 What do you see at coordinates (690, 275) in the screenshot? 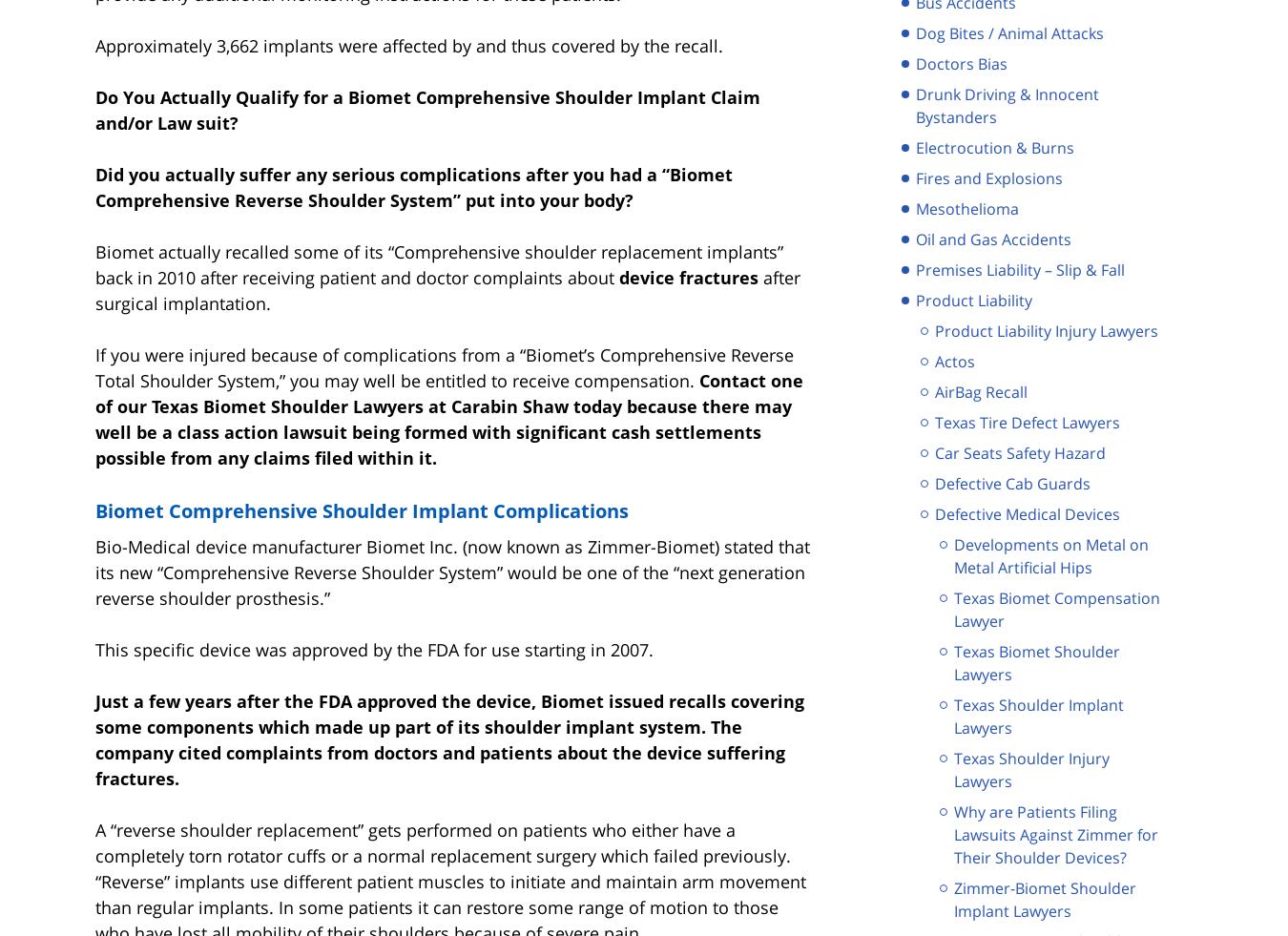
I see `'device fractures'` at bounding box center [690, 275].